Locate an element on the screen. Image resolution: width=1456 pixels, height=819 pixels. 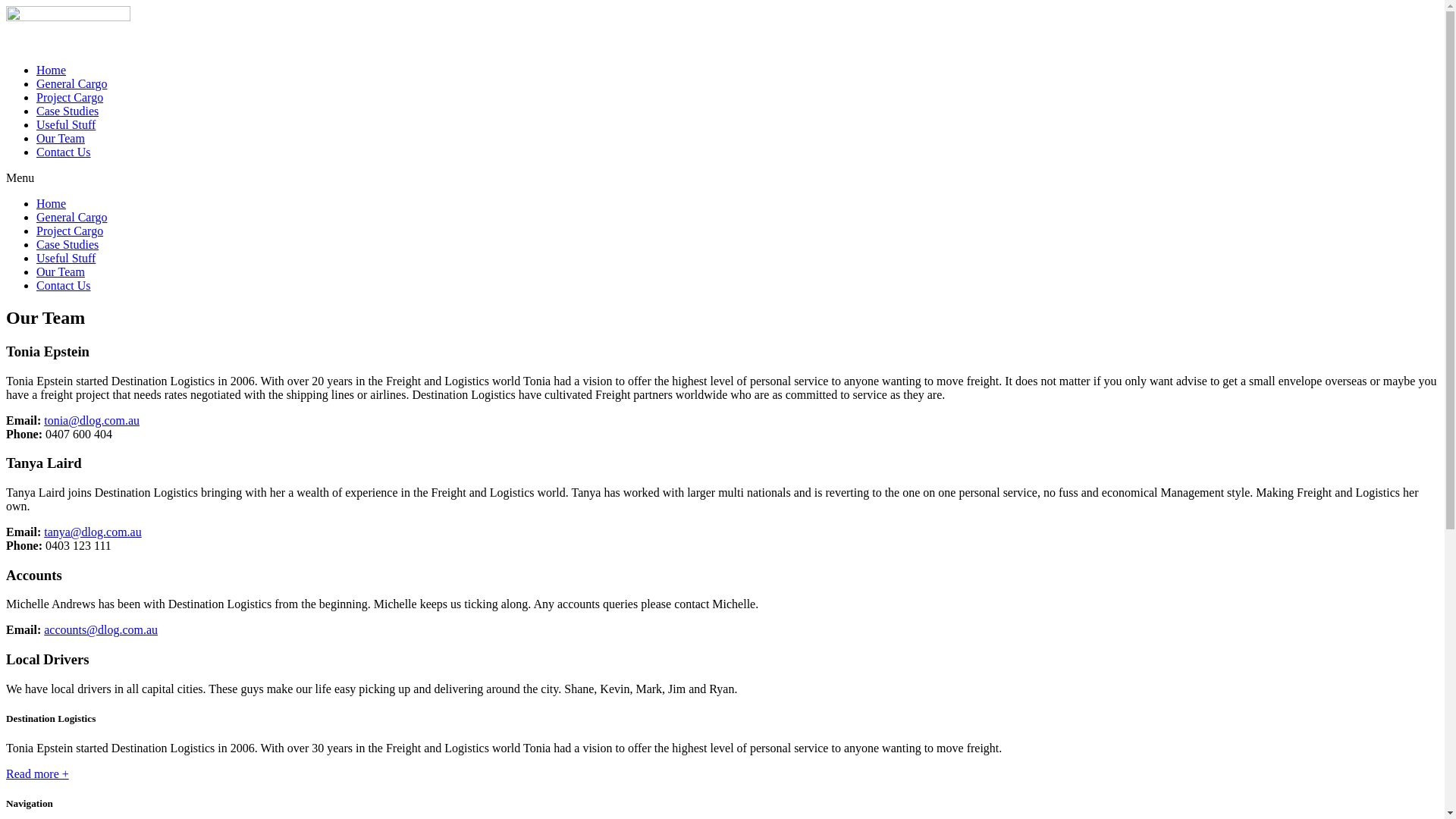
'Home' is located at coordinates (36, 202).